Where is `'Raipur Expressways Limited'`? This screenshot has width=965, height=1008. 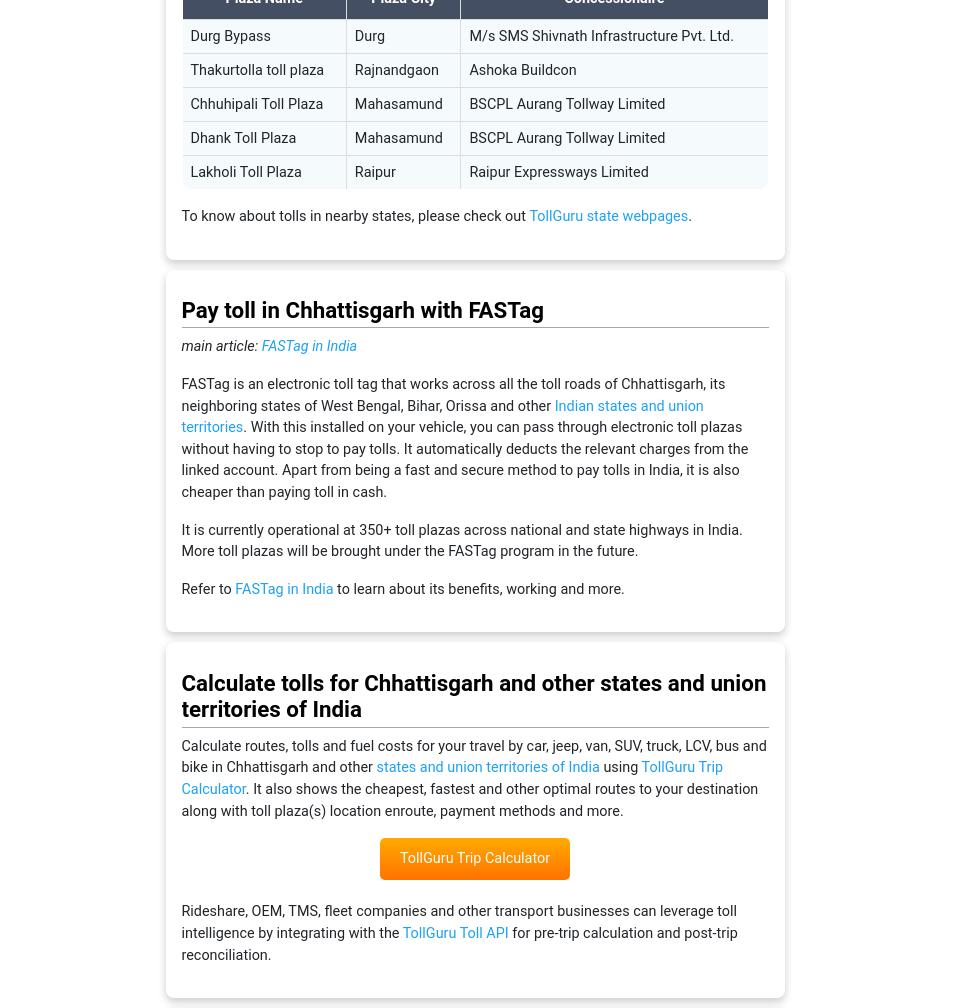 'Raipur Expressways Limited' is located at coordinates (558, 172).